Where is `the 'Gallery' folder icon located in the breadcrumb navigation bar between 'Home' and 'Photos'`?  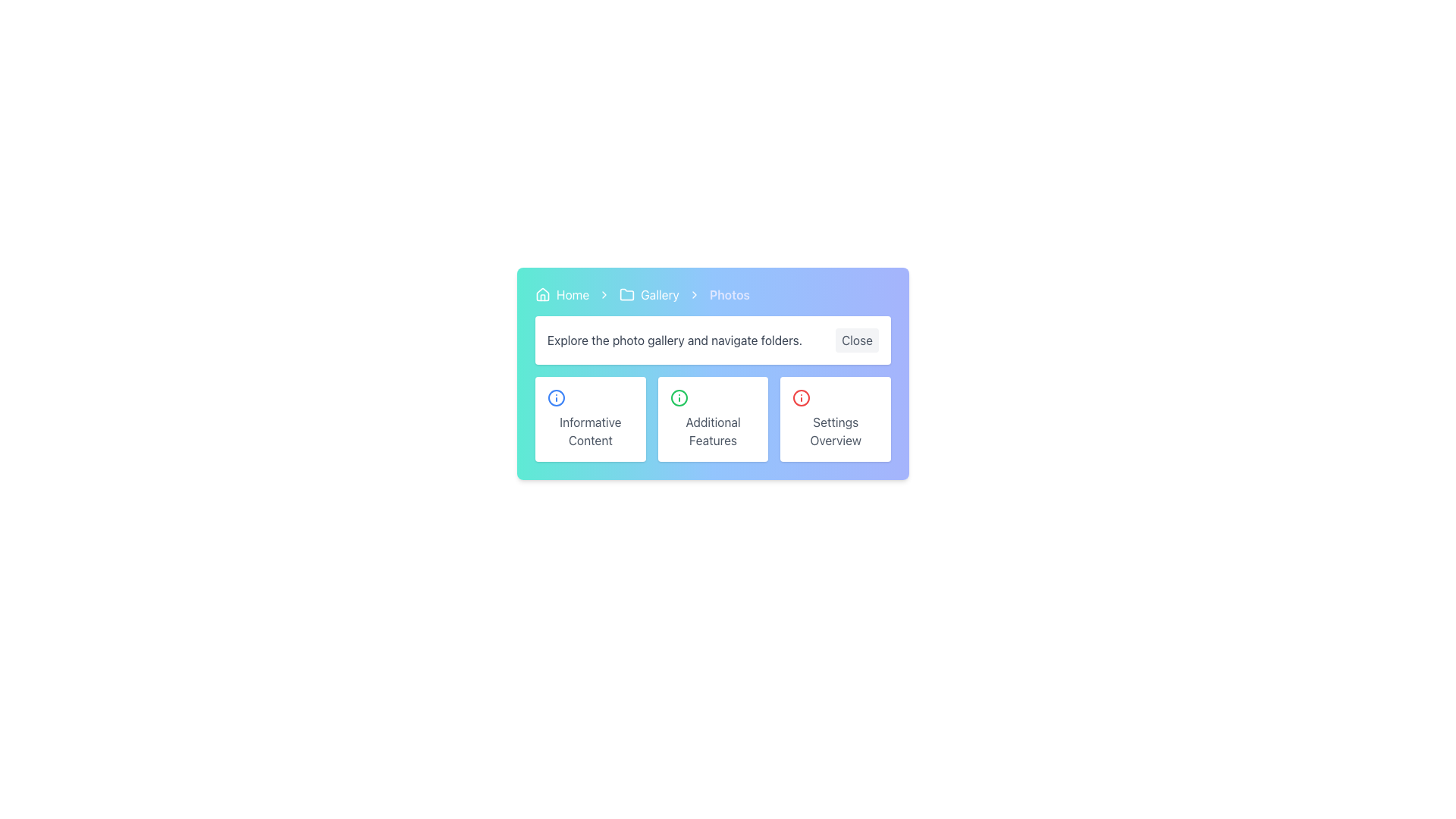 the 'Gallery' folder icon located in the breadcrumb navigation bar between 'Home' and 'Photos' is located at coordinates (627, 294).